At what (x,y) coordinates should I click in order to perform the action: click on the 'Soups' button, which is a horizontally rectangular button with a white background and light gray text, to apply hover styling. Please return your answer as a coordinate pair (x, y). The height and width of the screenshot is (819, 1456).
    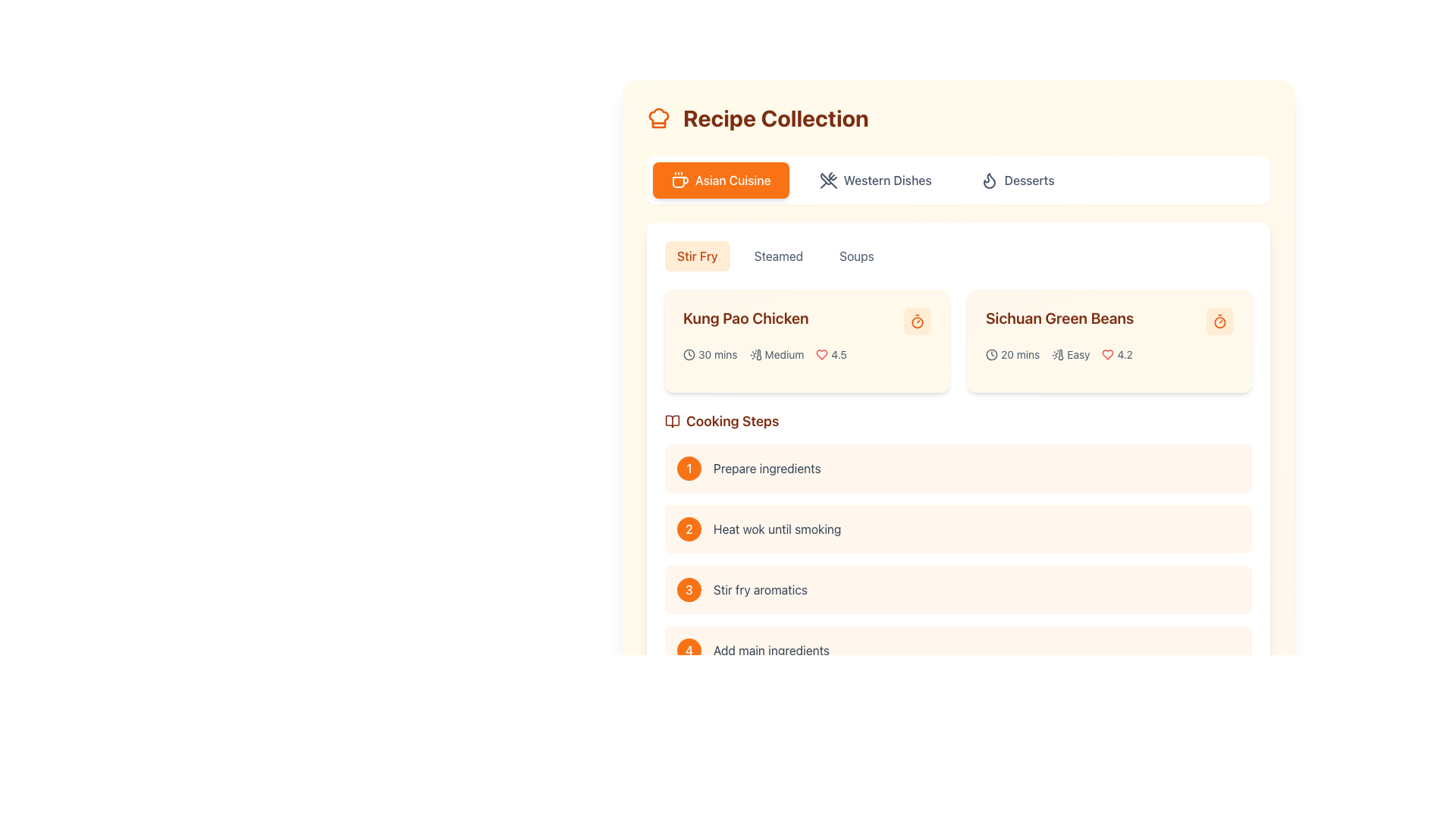
    Looking at the image, I should click on (856, 256).